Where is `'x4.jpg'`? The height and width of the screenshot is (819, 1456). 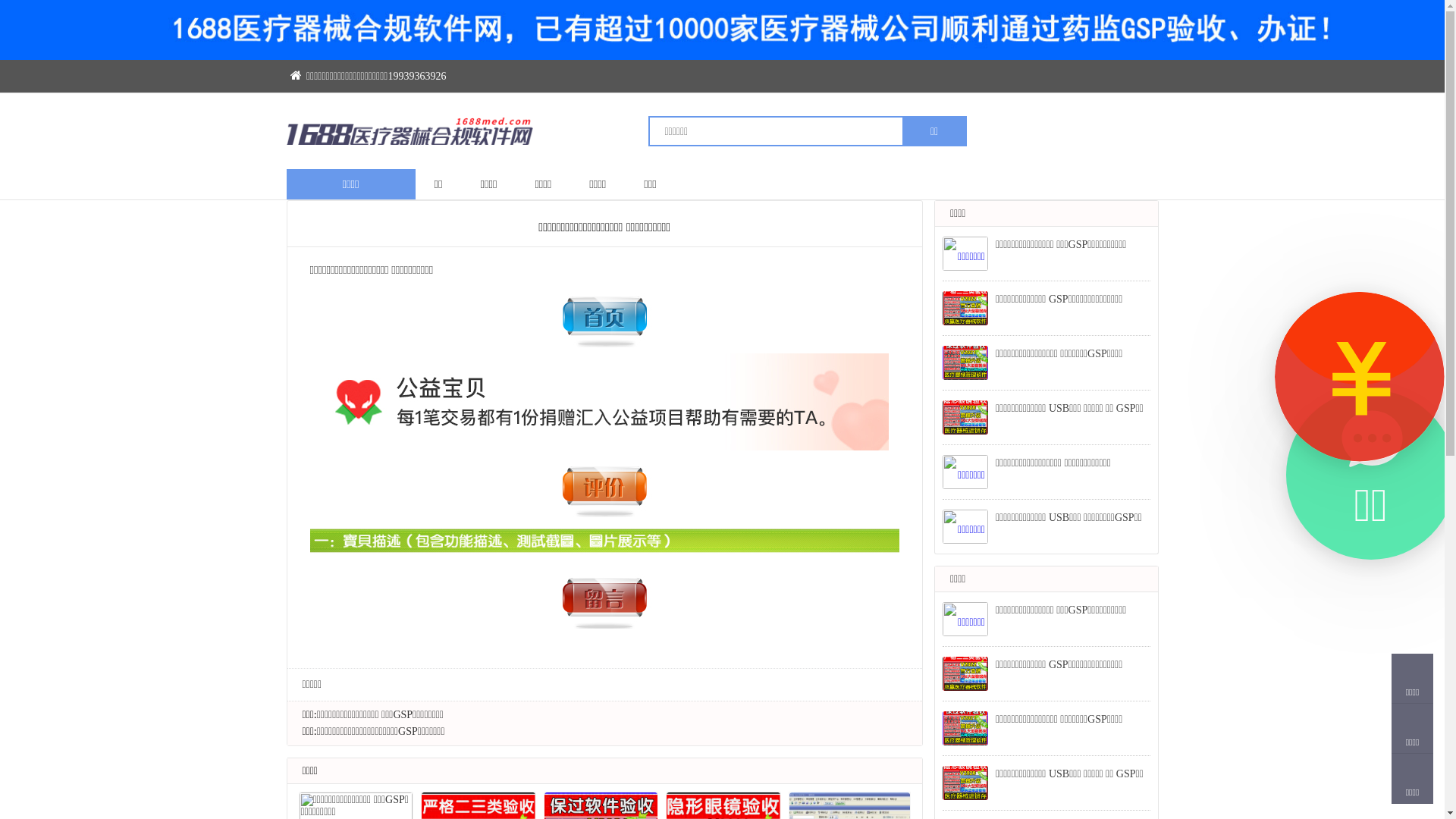 'x4.jpg' is located at coordinates (603, 486).